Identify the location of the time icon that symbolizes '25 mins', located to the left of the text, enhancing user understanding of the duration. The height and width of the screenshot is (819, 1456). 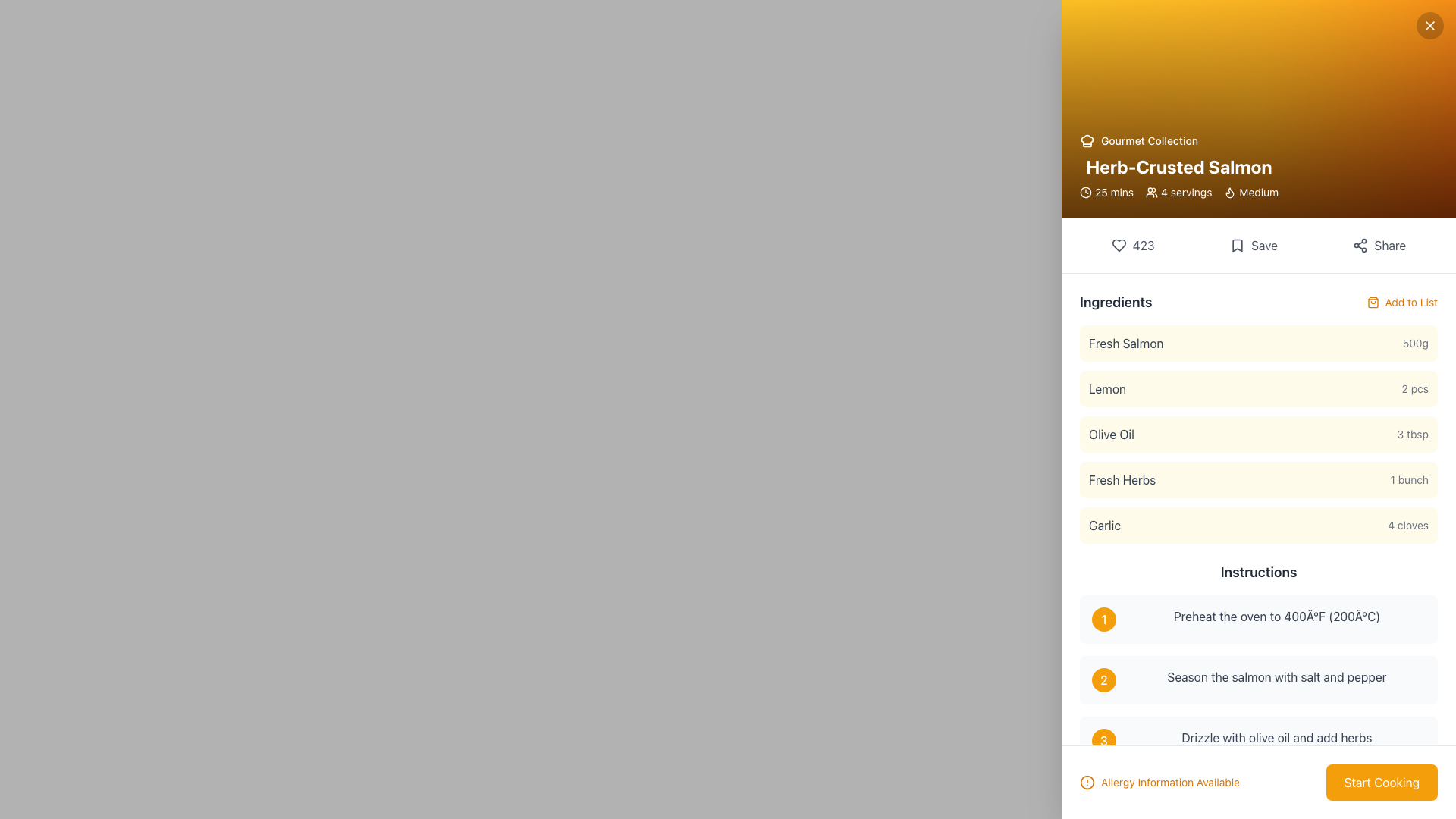
(1084, 192).